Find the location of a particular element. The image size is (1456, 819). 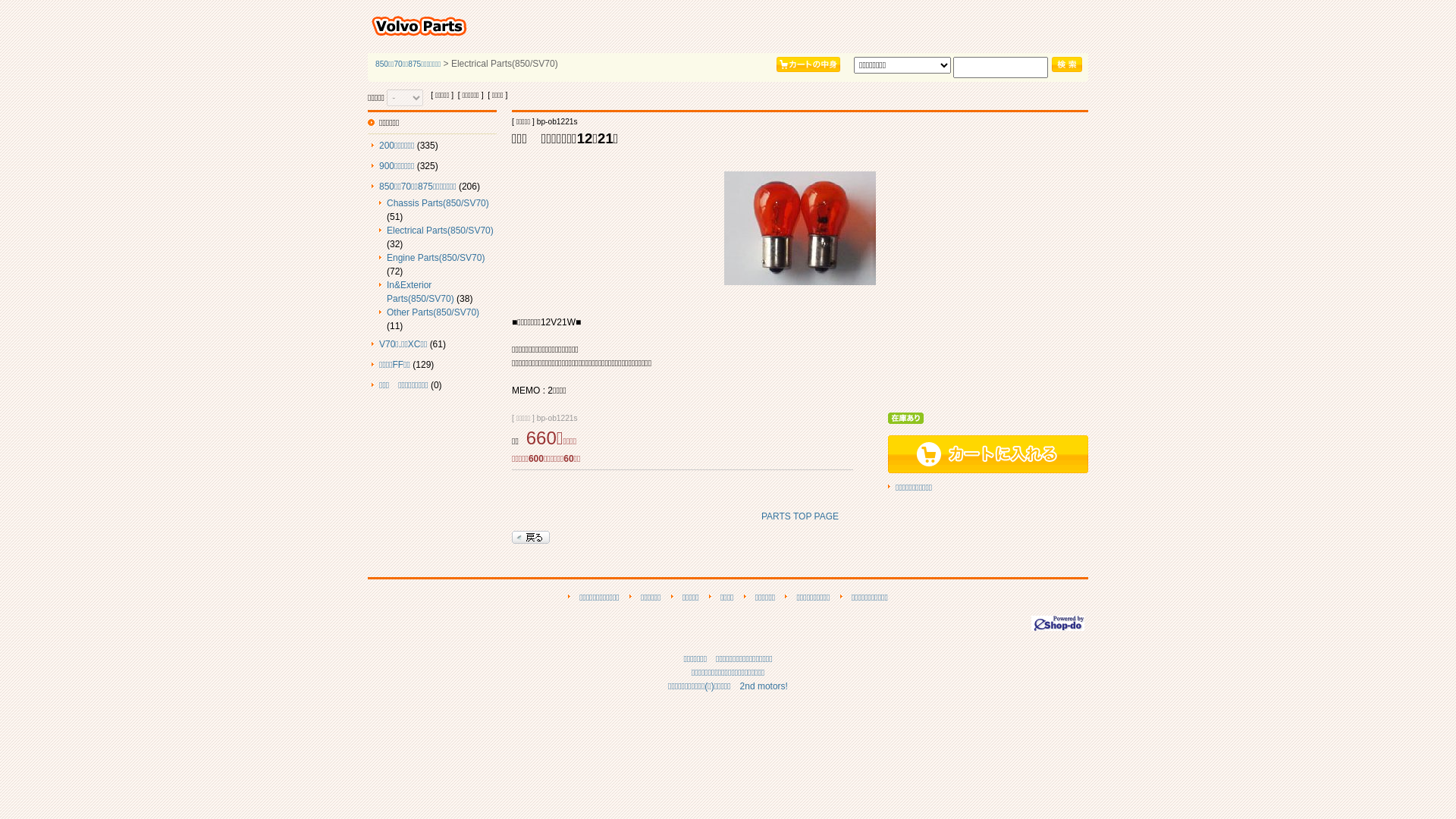

'In&Exterior Parts(850/SV70)' is located at coordinates (386, 292).